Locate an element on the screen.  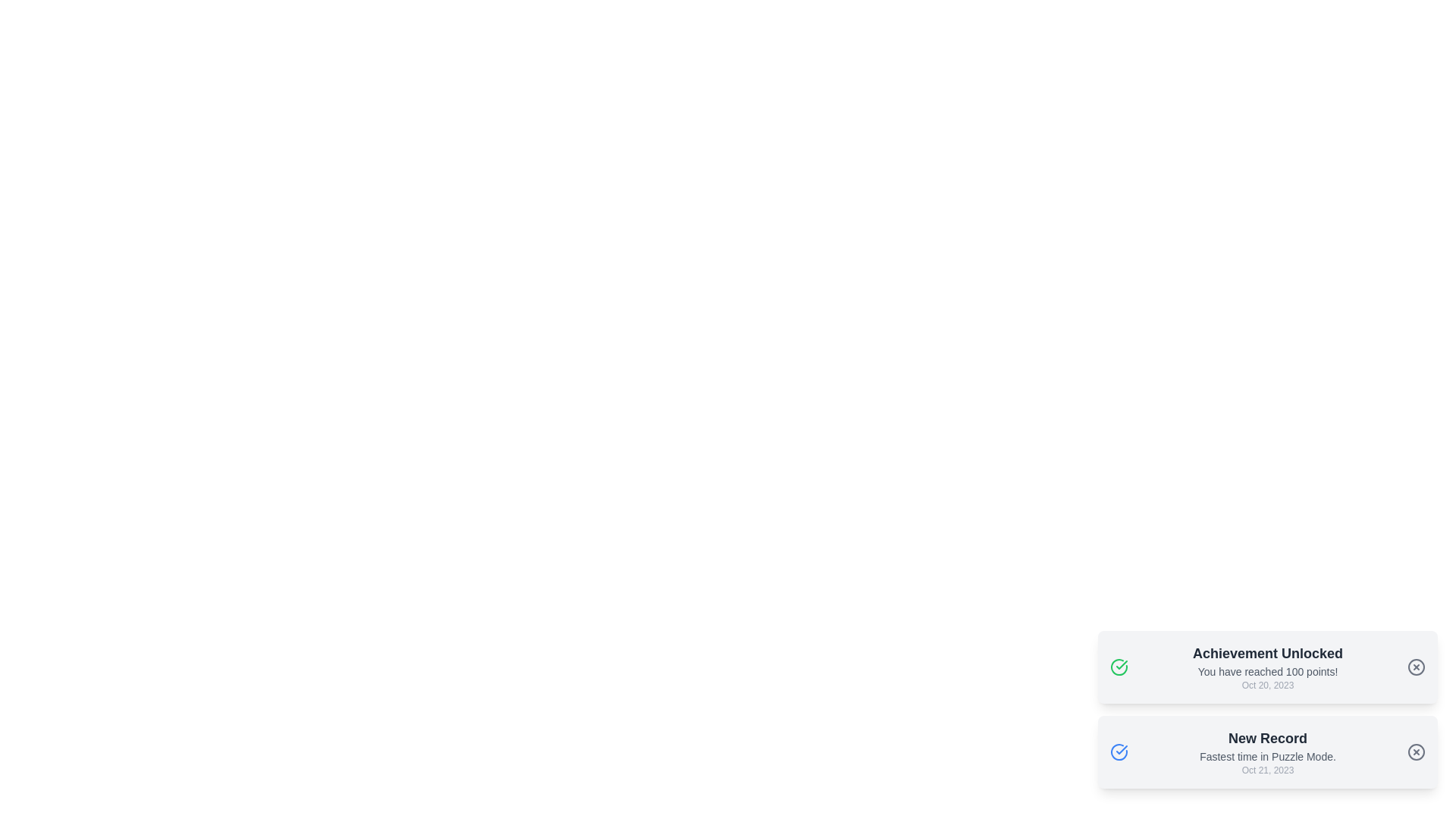
the Text label providing context for the record achievement, located beneath the title 'New Record' and above the date 'Oct 21, 2023' is located at coordinates (1267, 757).